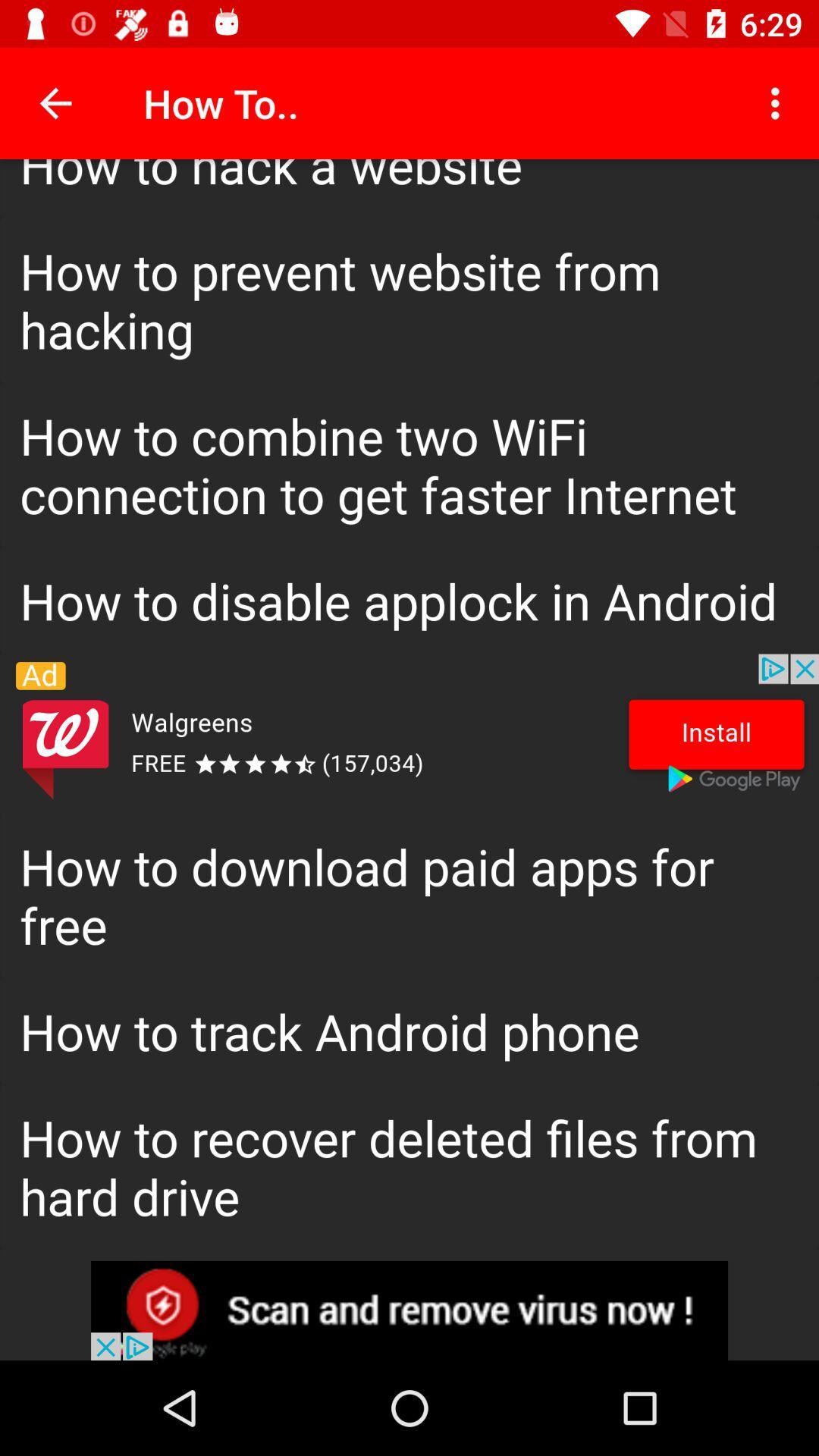  I want to click on scan and remove virus the article, so click(409, 1310).